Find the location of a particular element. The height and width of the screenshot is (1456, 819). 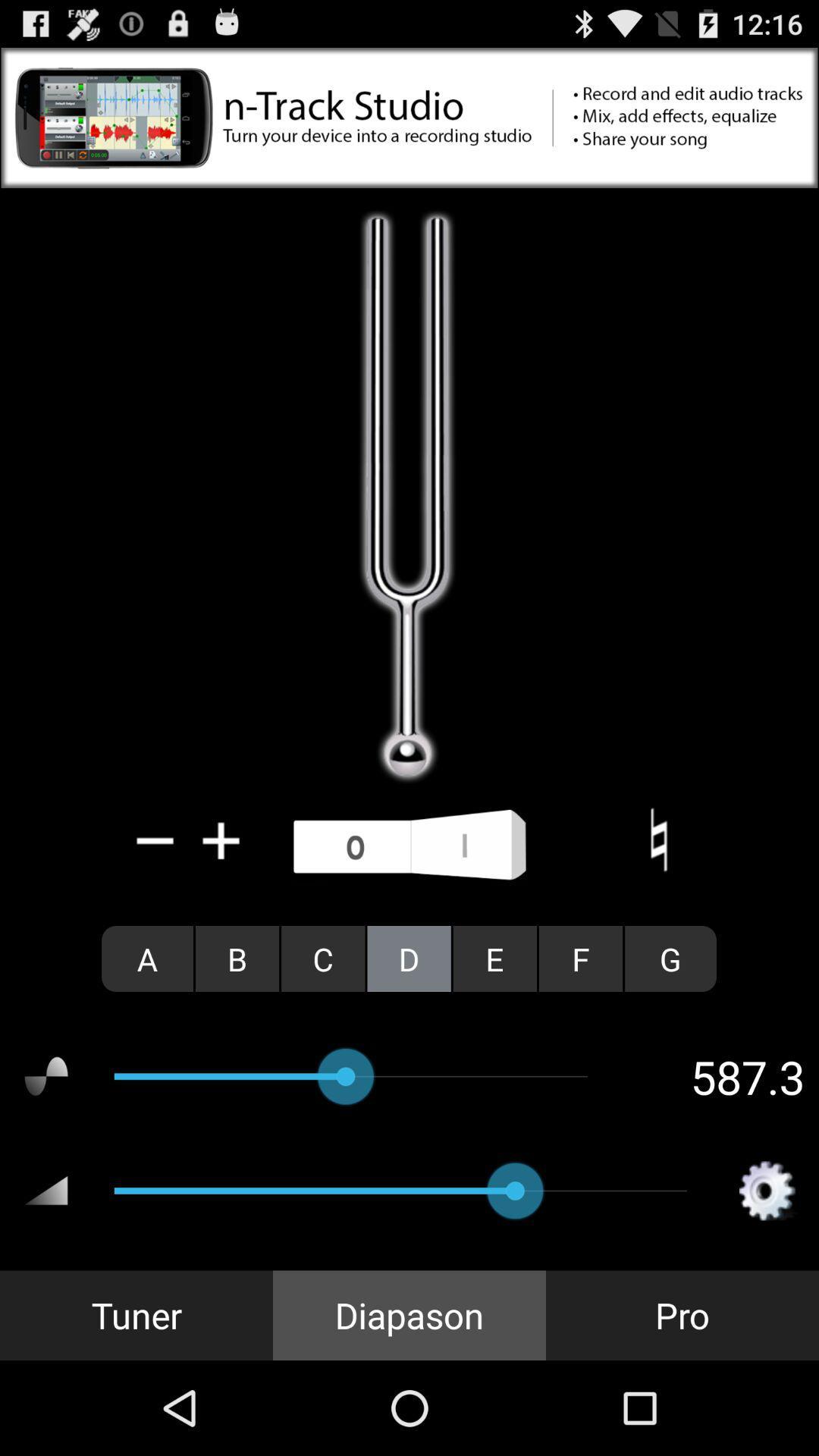

the add icon is located at coordinates (221, 899).